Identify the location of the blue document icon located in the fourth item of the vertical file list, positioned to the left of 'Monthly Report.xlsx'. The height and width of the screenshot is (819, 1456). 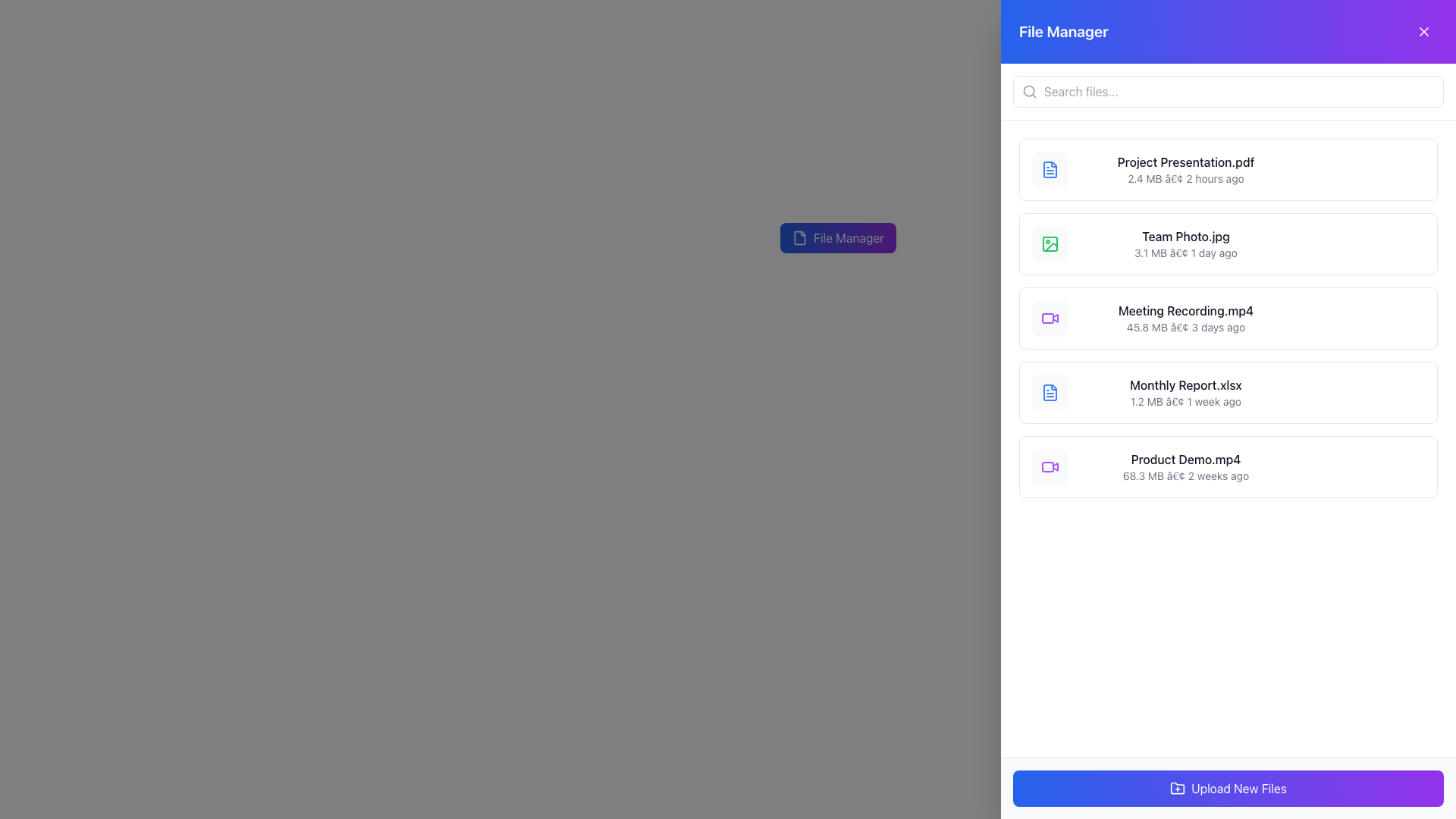
(1050, 391).